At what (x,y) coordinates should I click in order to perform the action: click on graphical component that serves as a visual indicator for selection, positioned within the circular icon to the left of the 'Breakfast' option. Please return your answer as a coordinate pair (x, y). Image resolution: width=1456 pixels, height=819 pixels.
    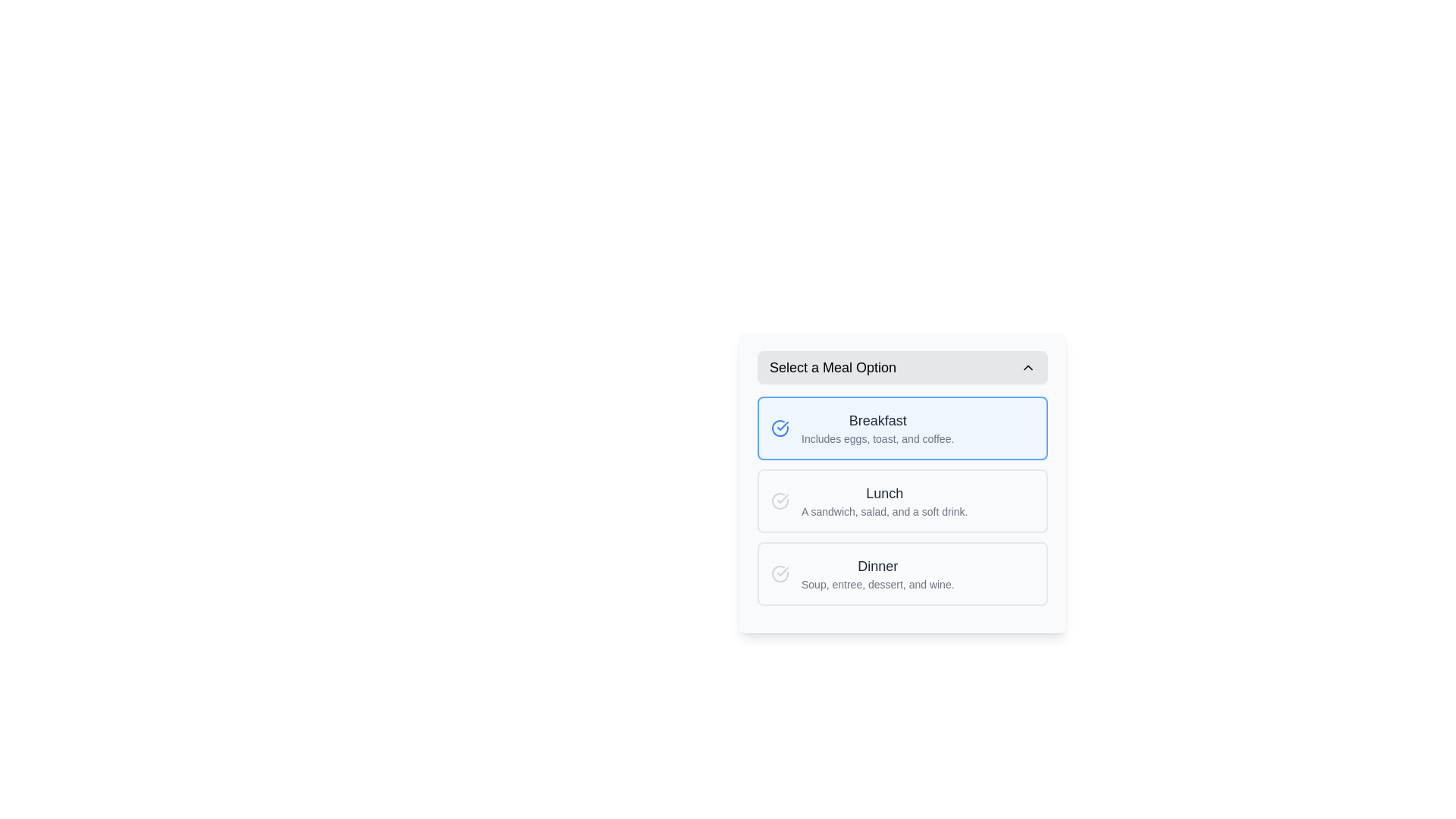
    Looking at the image, I should click on (783, 571).